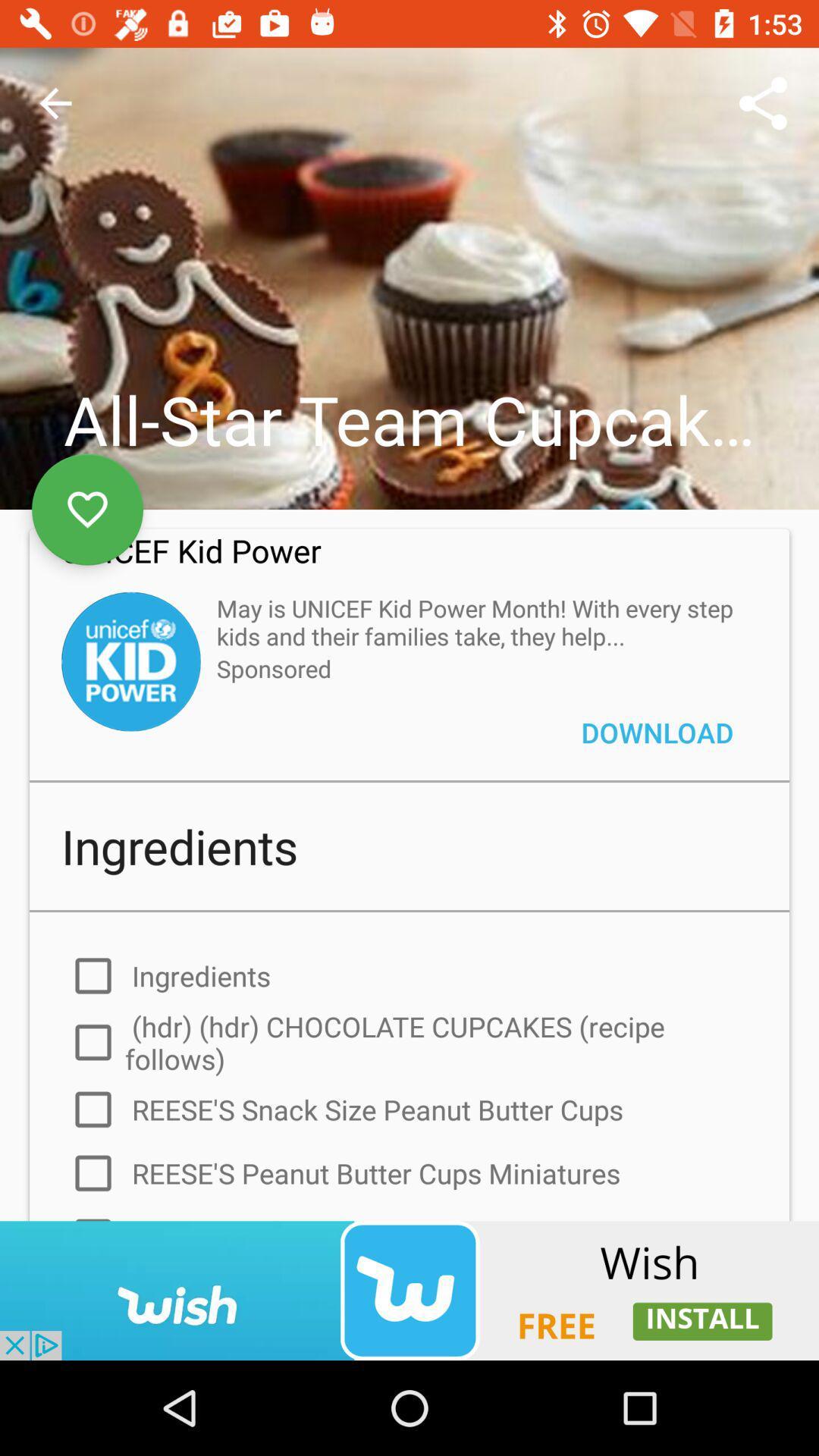  What do you see at coordinates (130, 661) in the screenshot?
I see `click the kid power` at bounding box center [130, 661].